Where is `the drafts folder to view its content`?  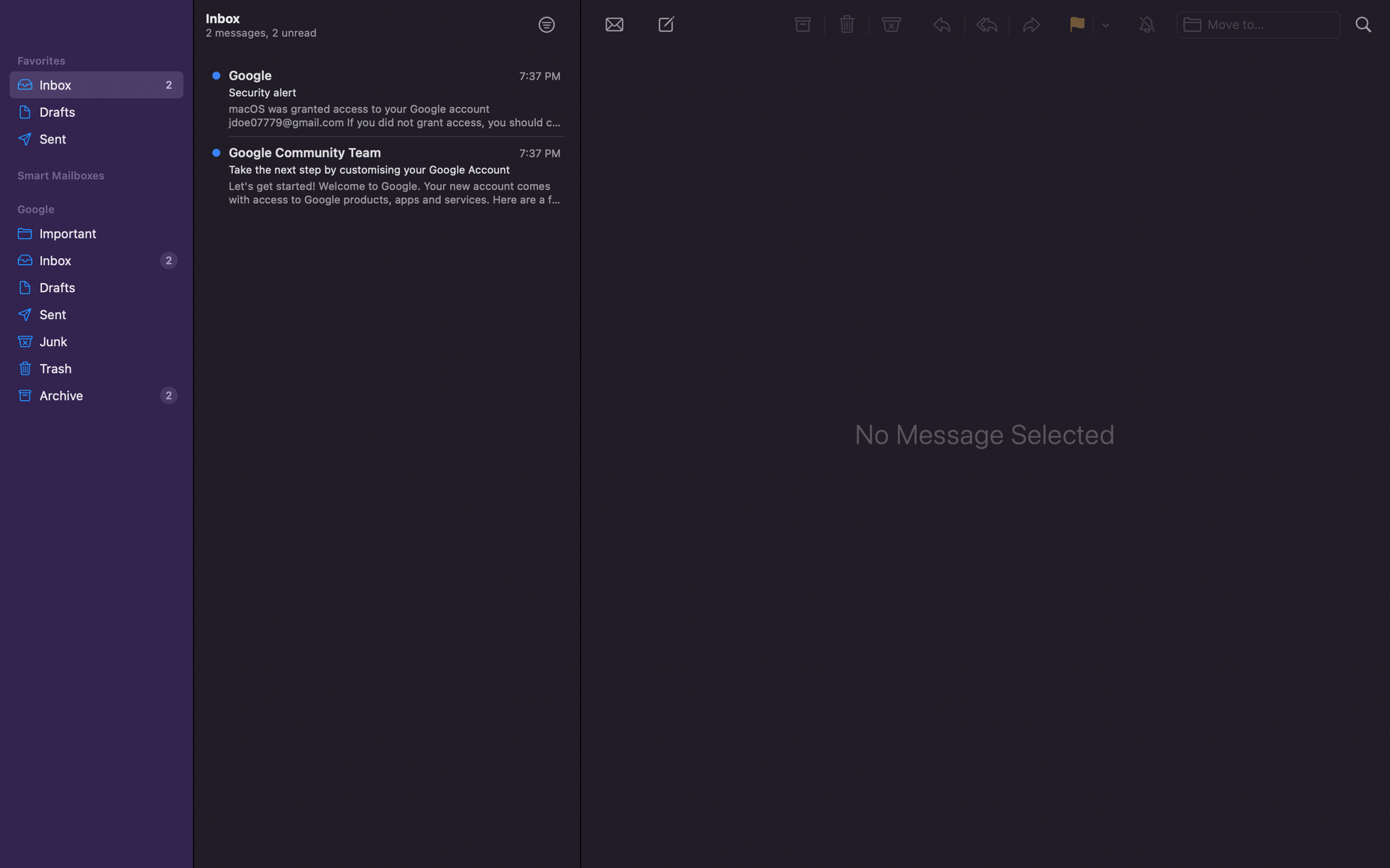
the drafts folder to view its content is located at coordinates (94, 286).